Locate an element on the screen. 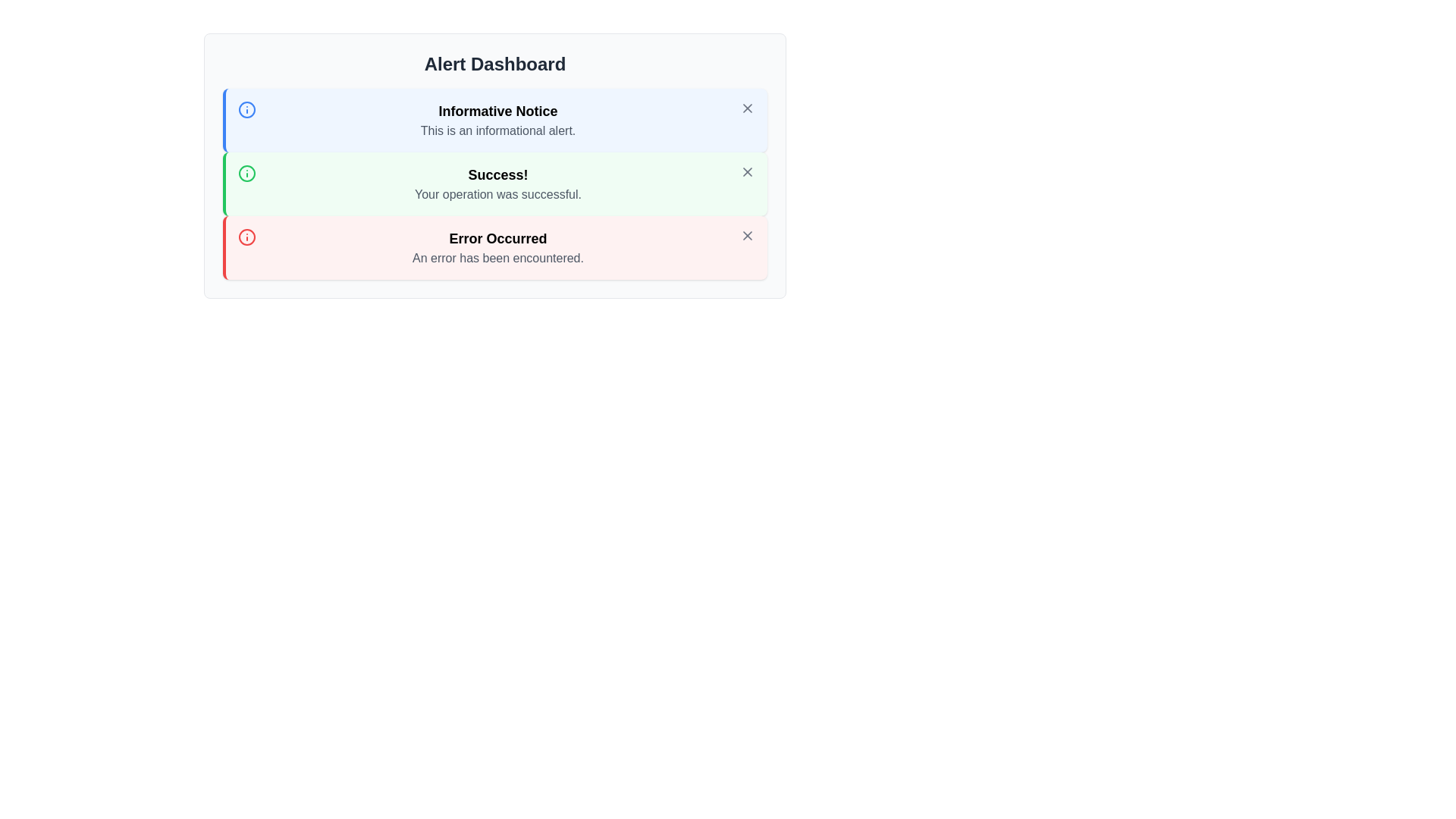  the close button located in the top-right corner of the success alert box to observe the color transition effect is located at coordinates (747, 171).